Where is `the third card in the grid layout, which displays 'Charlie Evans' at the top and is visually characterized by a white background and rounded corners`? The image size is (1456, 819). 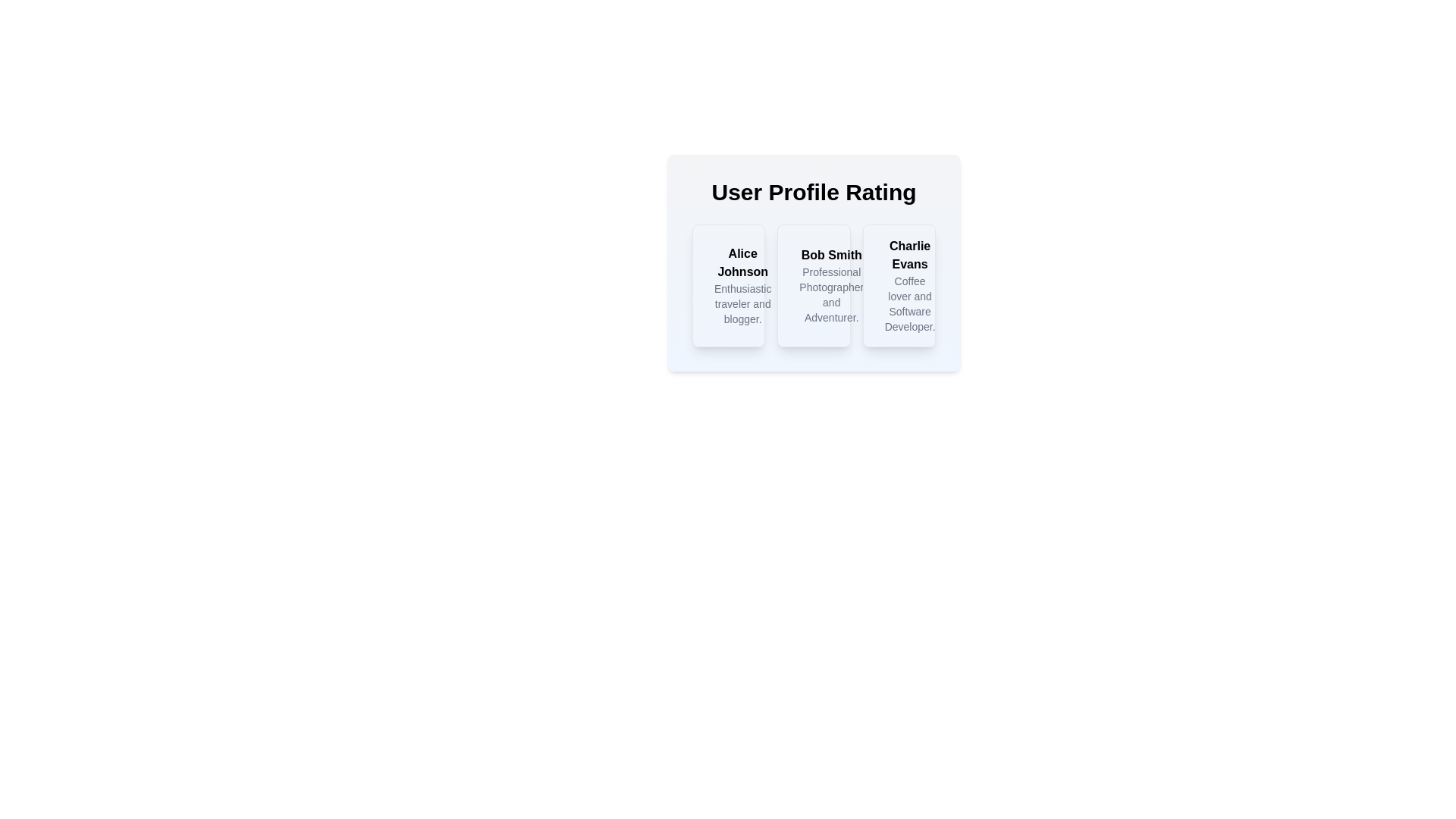 the third card in the grid layout, which displays 'Charlie Evans' at the top and is visually characterized by a white background and rounded corners is located at coordinates (899, 286).